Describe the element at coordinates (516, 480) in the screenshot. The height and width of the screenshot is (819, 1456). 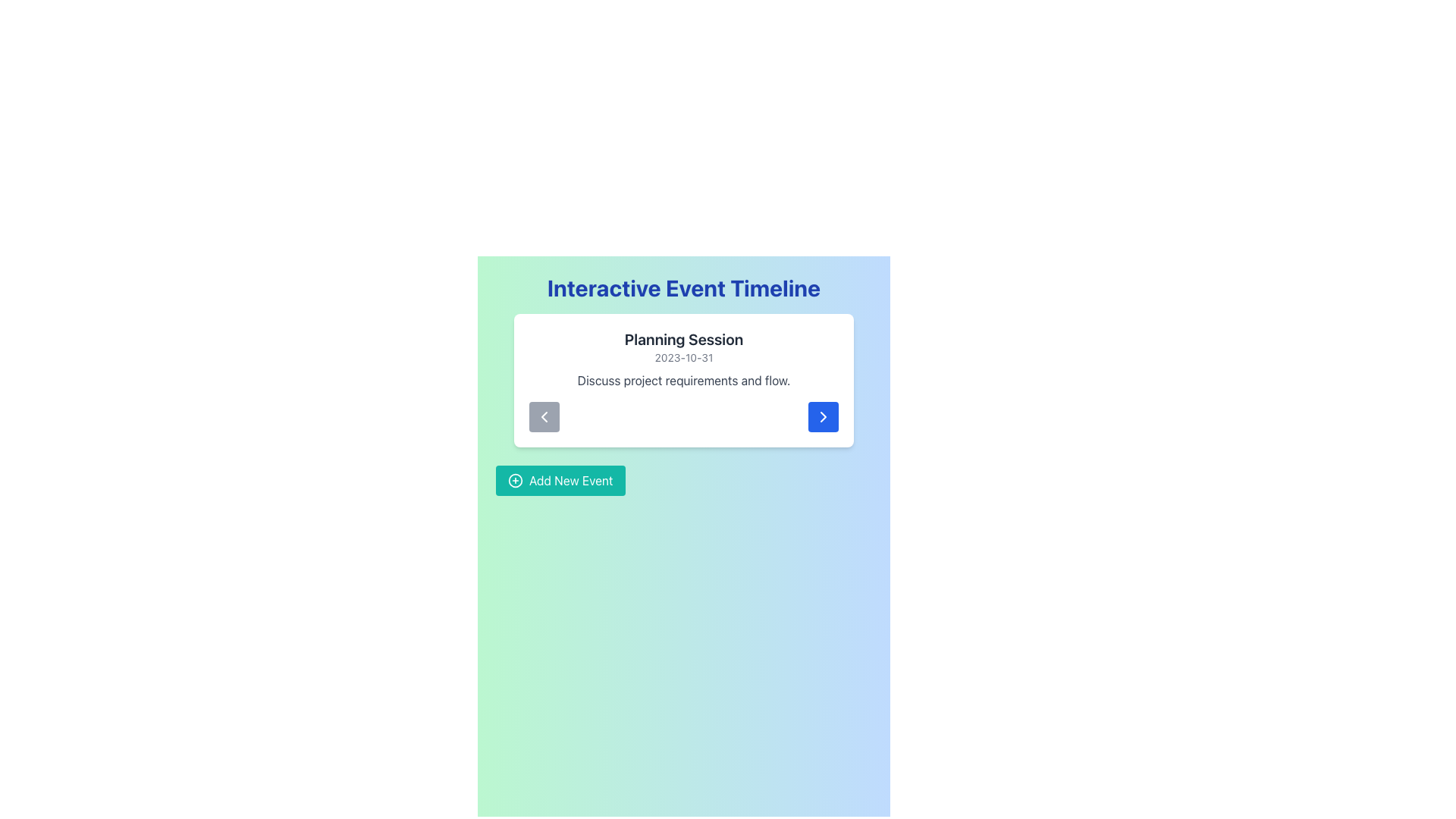
I see `the SVG Circle that serves as the outer circular border of the icon in the 'Add New Event' button, located on the left-hand side above the text label` at that location.